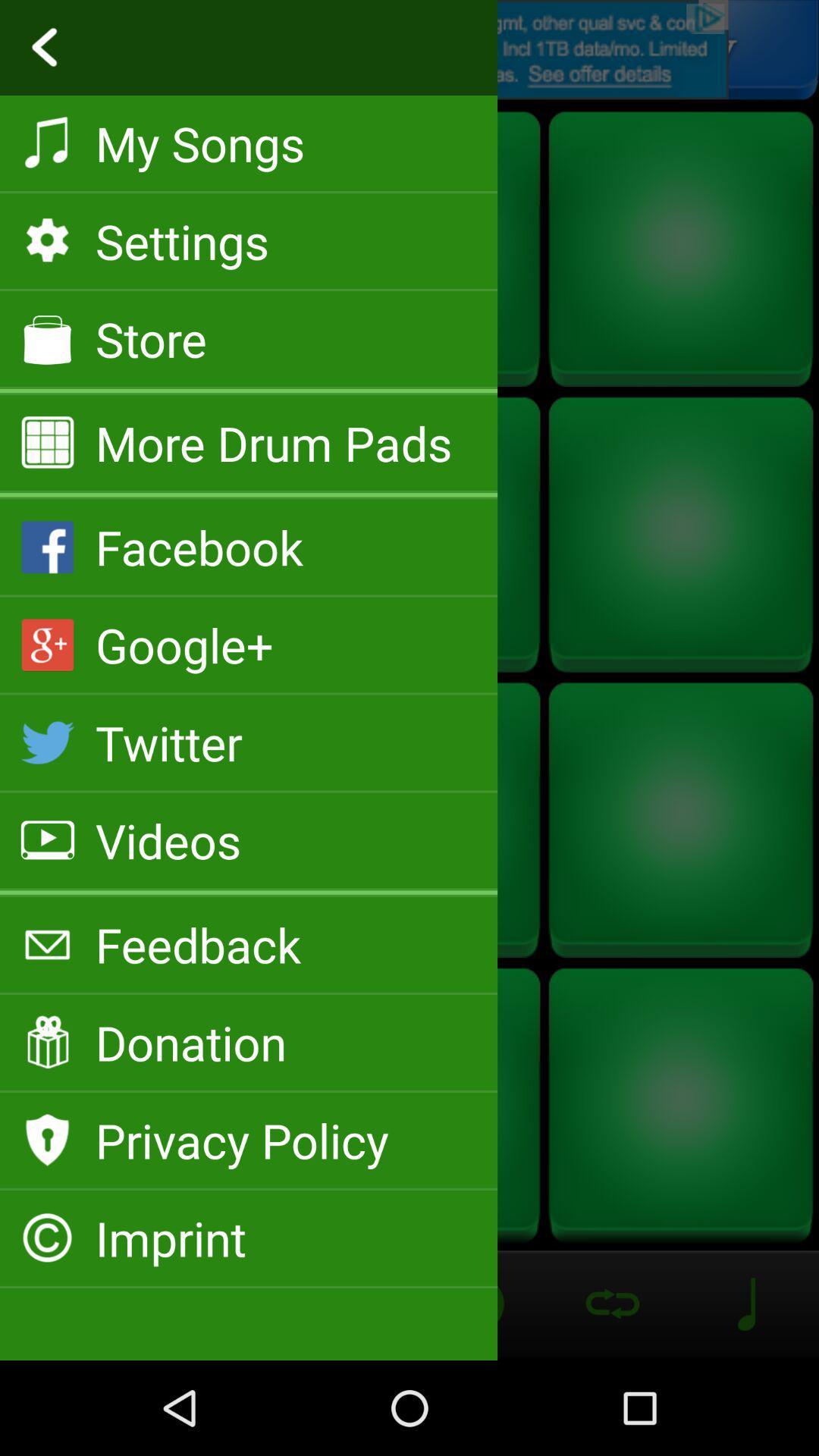 The image size is (819, 1456). What do you see at coordinates (409, 49) in the screenshot?
I see `previous` at bounding box center [409, 49].